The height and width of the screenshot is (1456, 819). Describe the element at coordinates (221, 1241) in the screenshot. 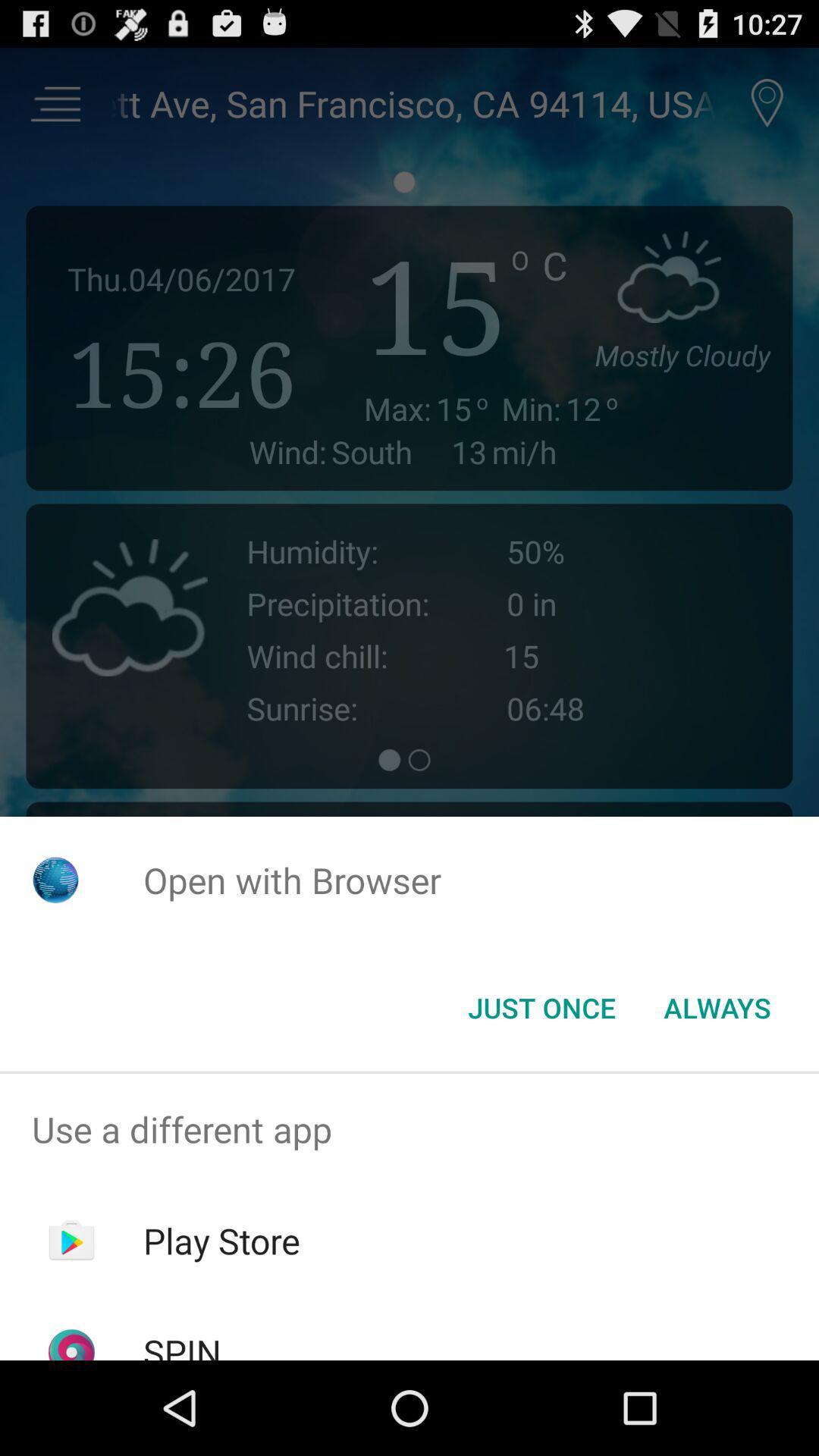

I see `the play store icon` at that location.